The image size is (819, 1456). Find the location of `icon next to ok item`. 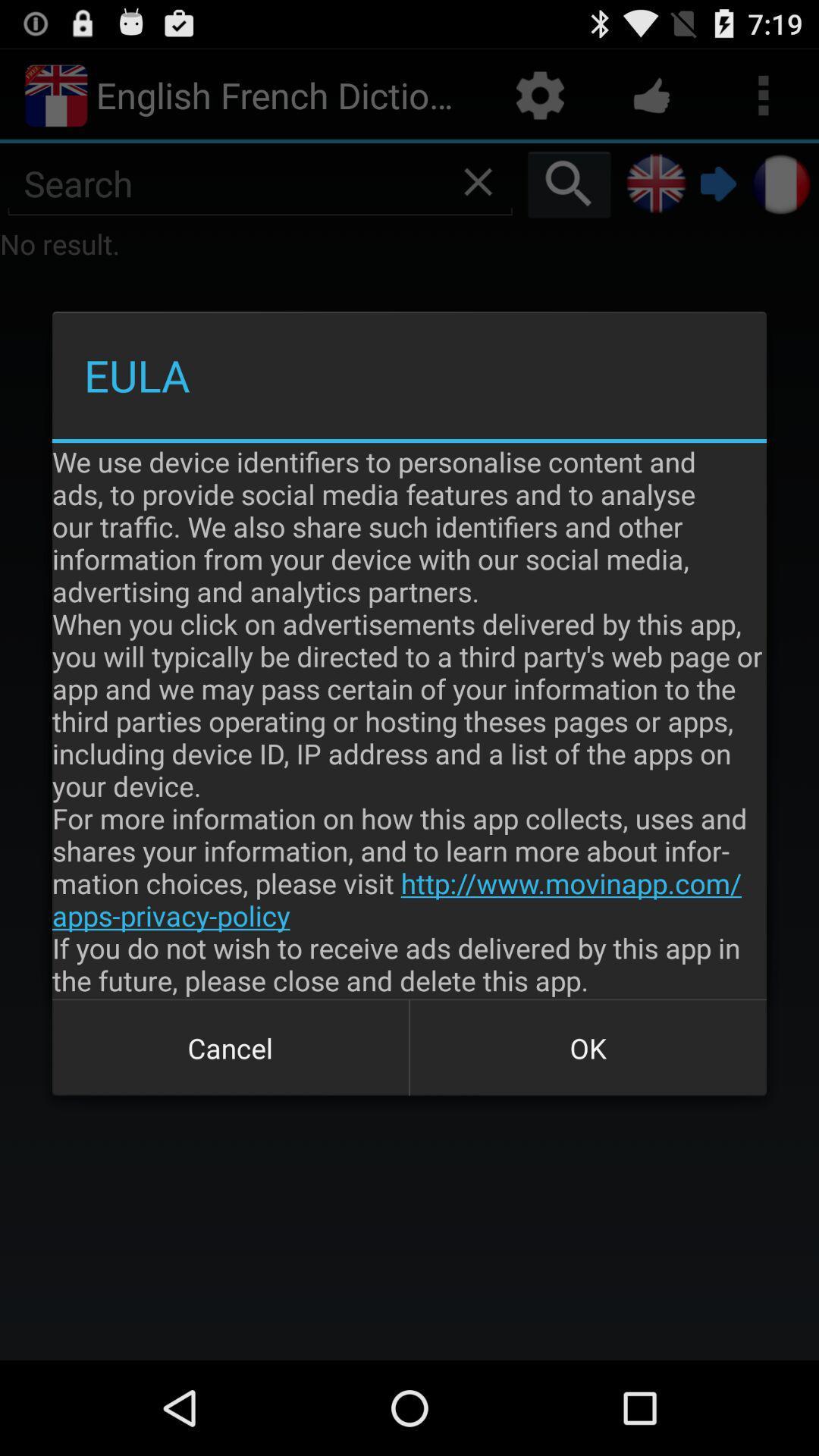

icon next to ok item is located at coordinates (231, 1047).